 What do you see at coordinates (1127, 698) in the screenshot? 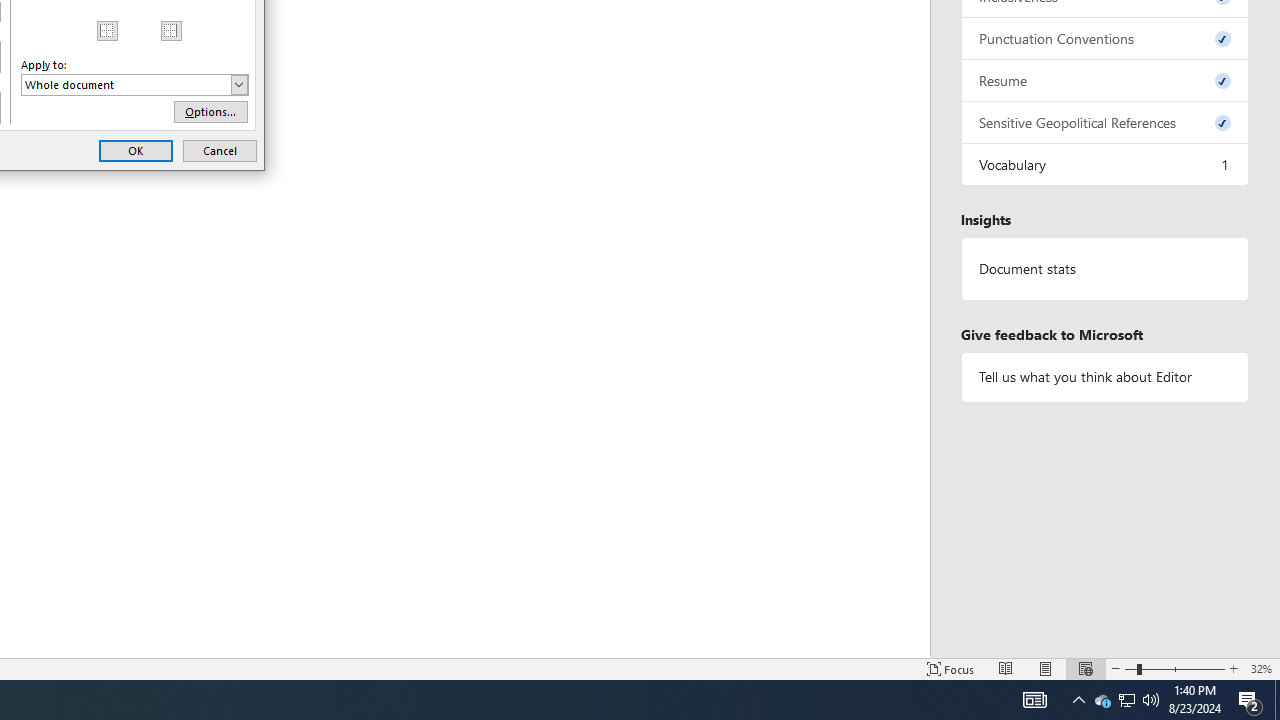
I see `'User Promoted Notification Area'` at bounding box center [1127, 698].